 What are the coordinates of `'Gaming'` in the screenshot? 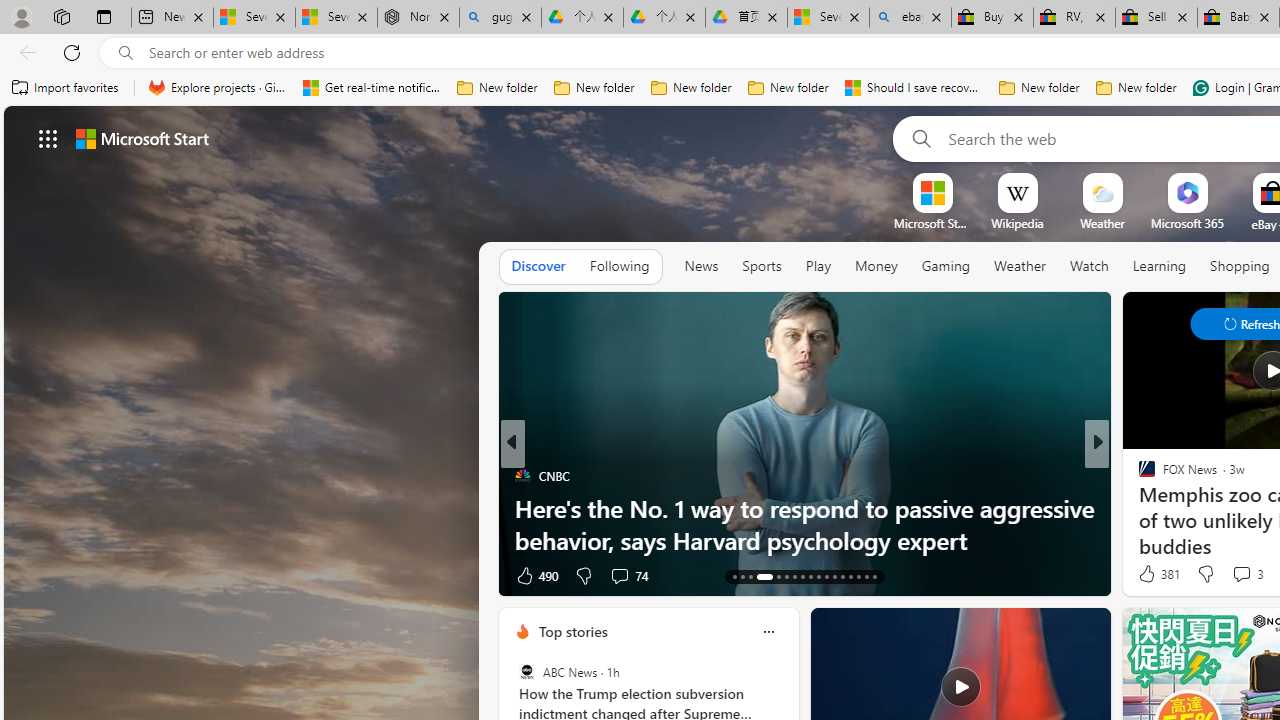 It's located at (944, 266).